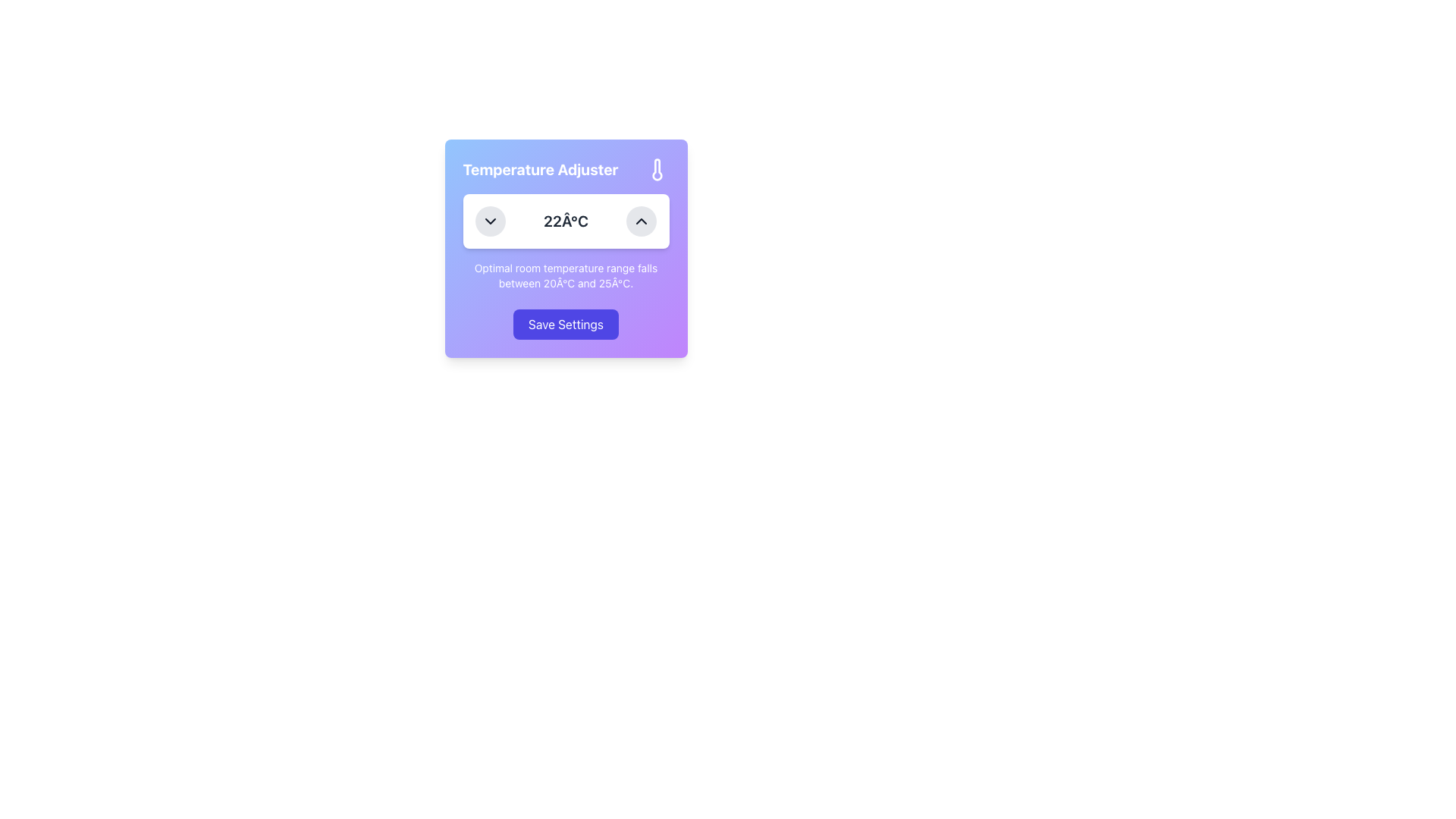  Describe the element at coordinates (642, 221) in the screenshot. I see `the increment button located inside a circular button on the right side of the temperature control interface to increase the shown temperature value` at that location.